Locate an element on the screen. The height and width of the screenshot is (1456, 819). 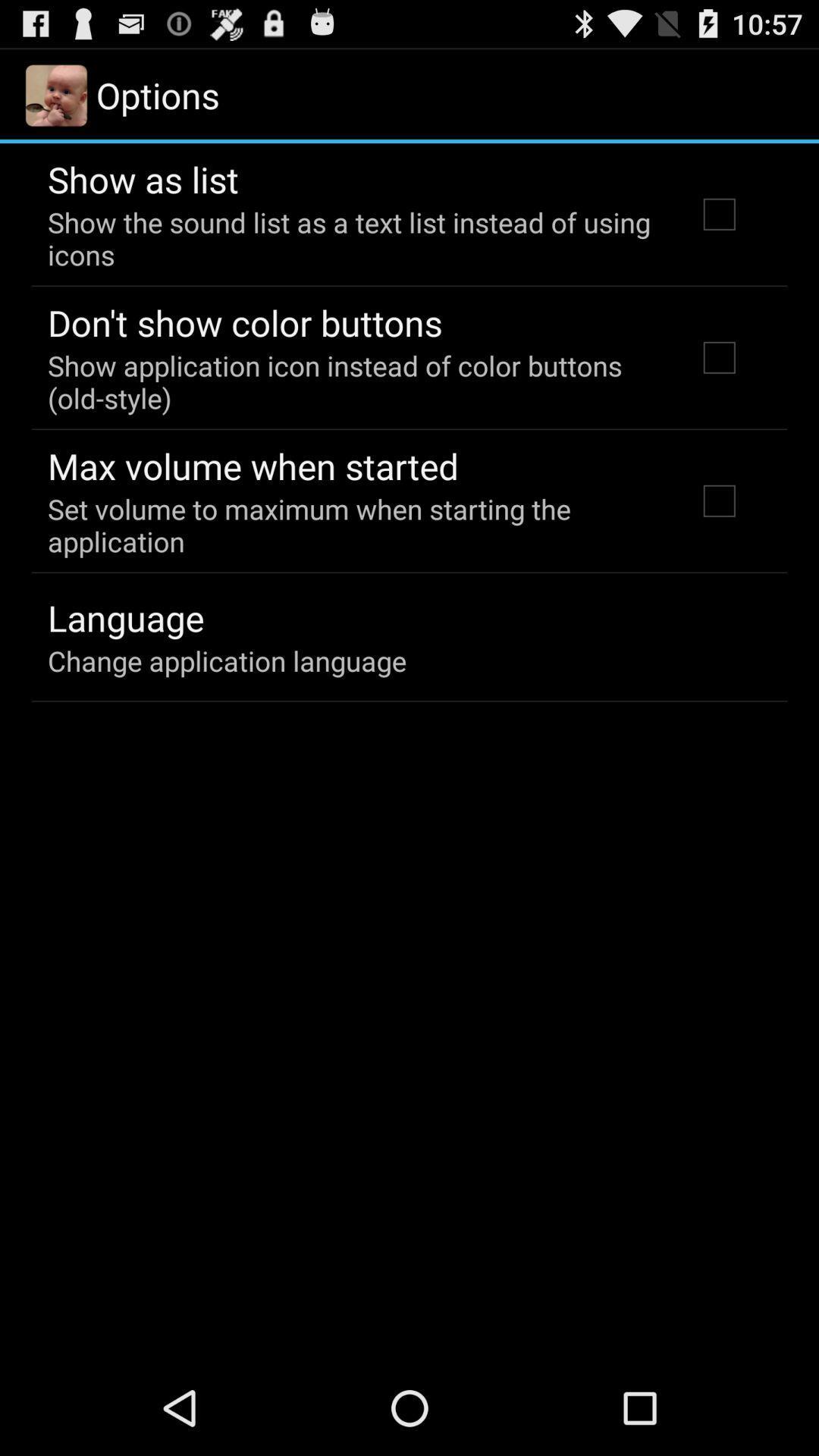
icon above the language app is located at coordinates (351, 525).